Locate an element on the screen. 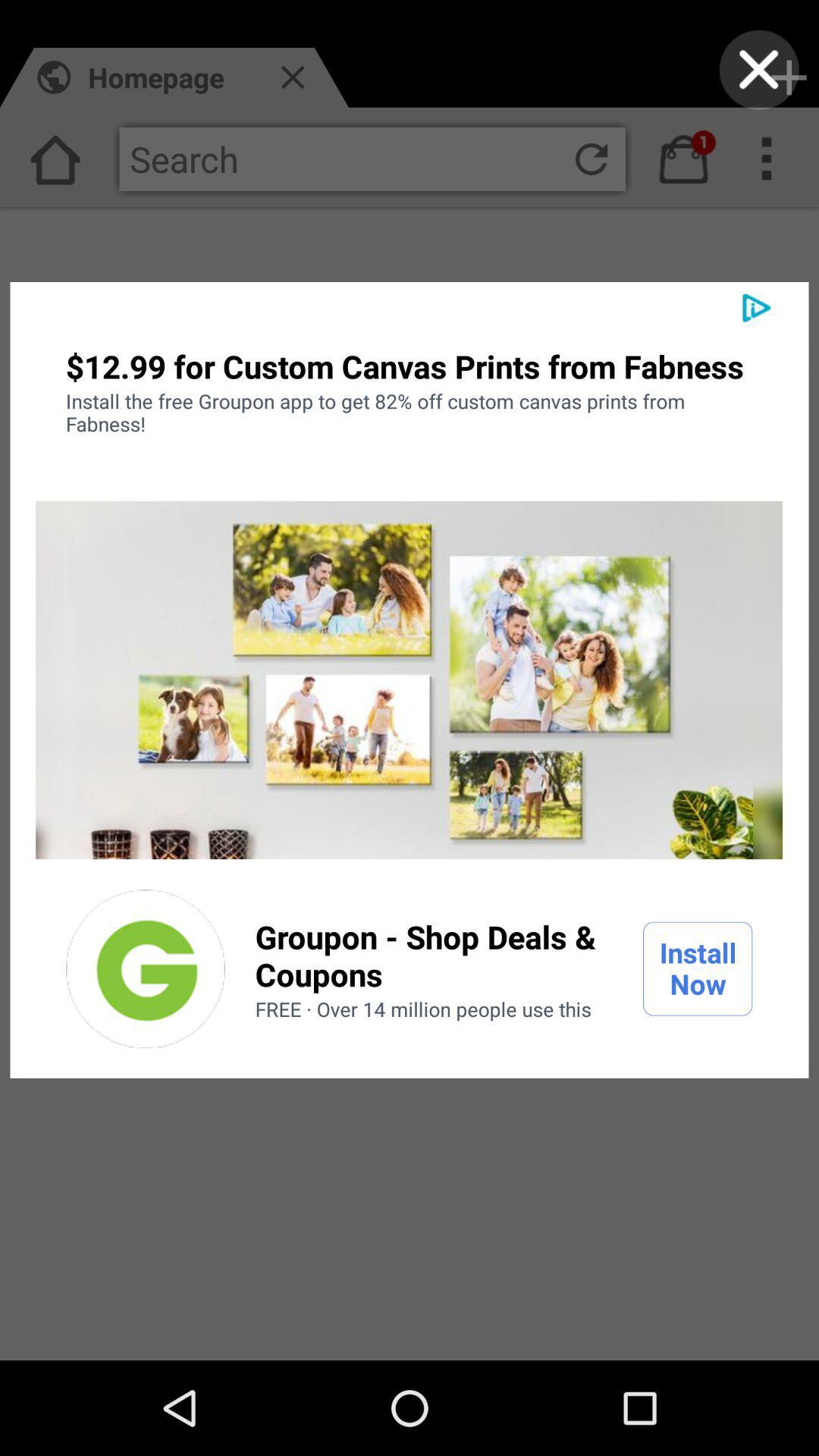 The height and width of the screenshot is (1456, 819). screen option is located at coordinates (759, 69).